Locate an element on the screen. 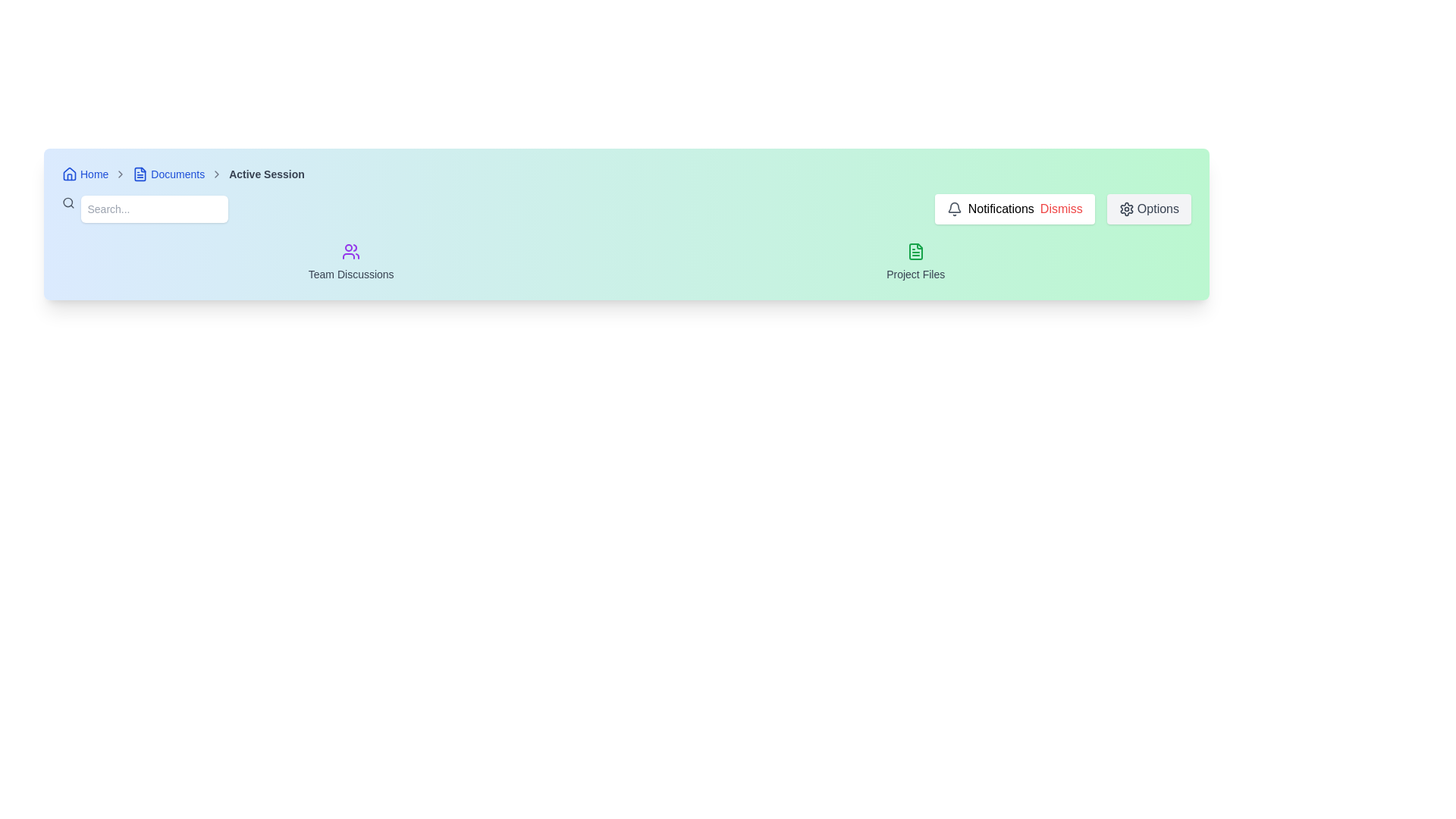 Image resolution: width=1456 pixels, height=819 pixels. the notification icon located at the top-right corner of the interface is located at coordinates (953, 209).